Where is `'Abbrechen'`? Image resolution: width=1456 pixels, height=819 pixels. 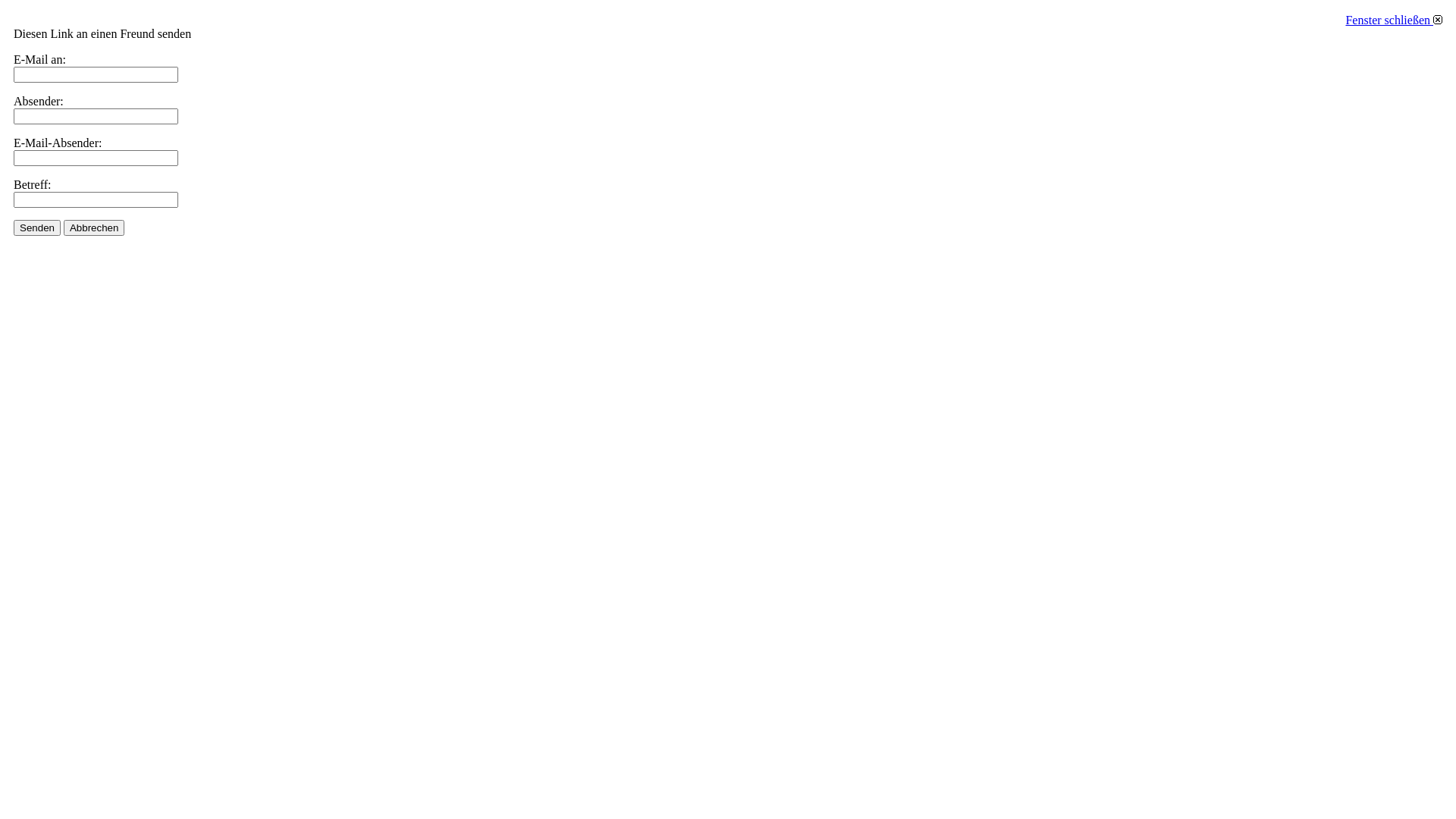 'Abbrechen' is located at coordinates (93, 227).